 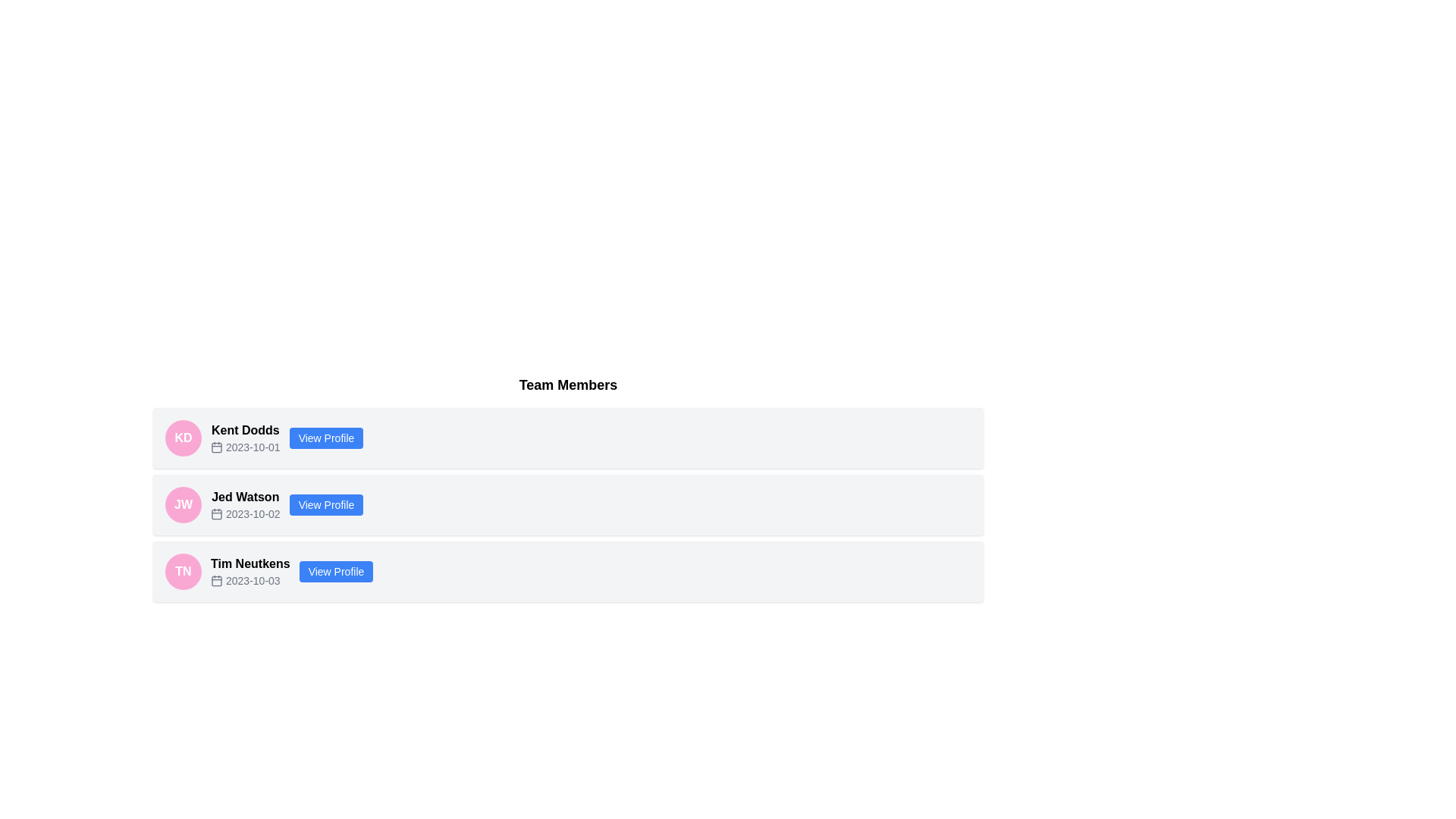 I want to click on the 'View Profile' button of the third user information card in the list, which displays user details including a name, an avatar, and a date, so click(x=567, y=571).